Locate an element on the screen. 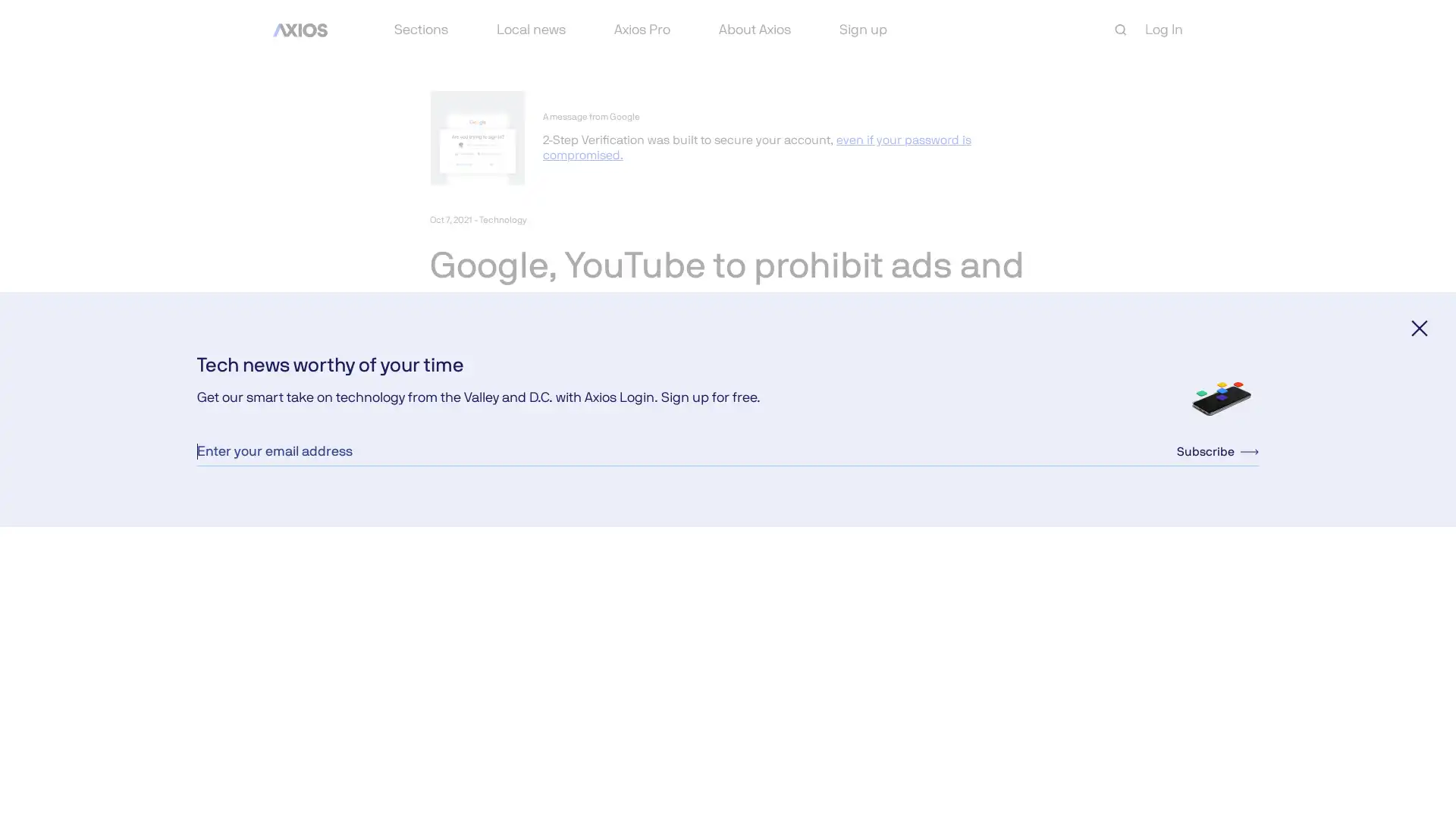 Image resolution: width=1456 pixels, height=819 pixels. open search is located at coordinates (1121, 30).